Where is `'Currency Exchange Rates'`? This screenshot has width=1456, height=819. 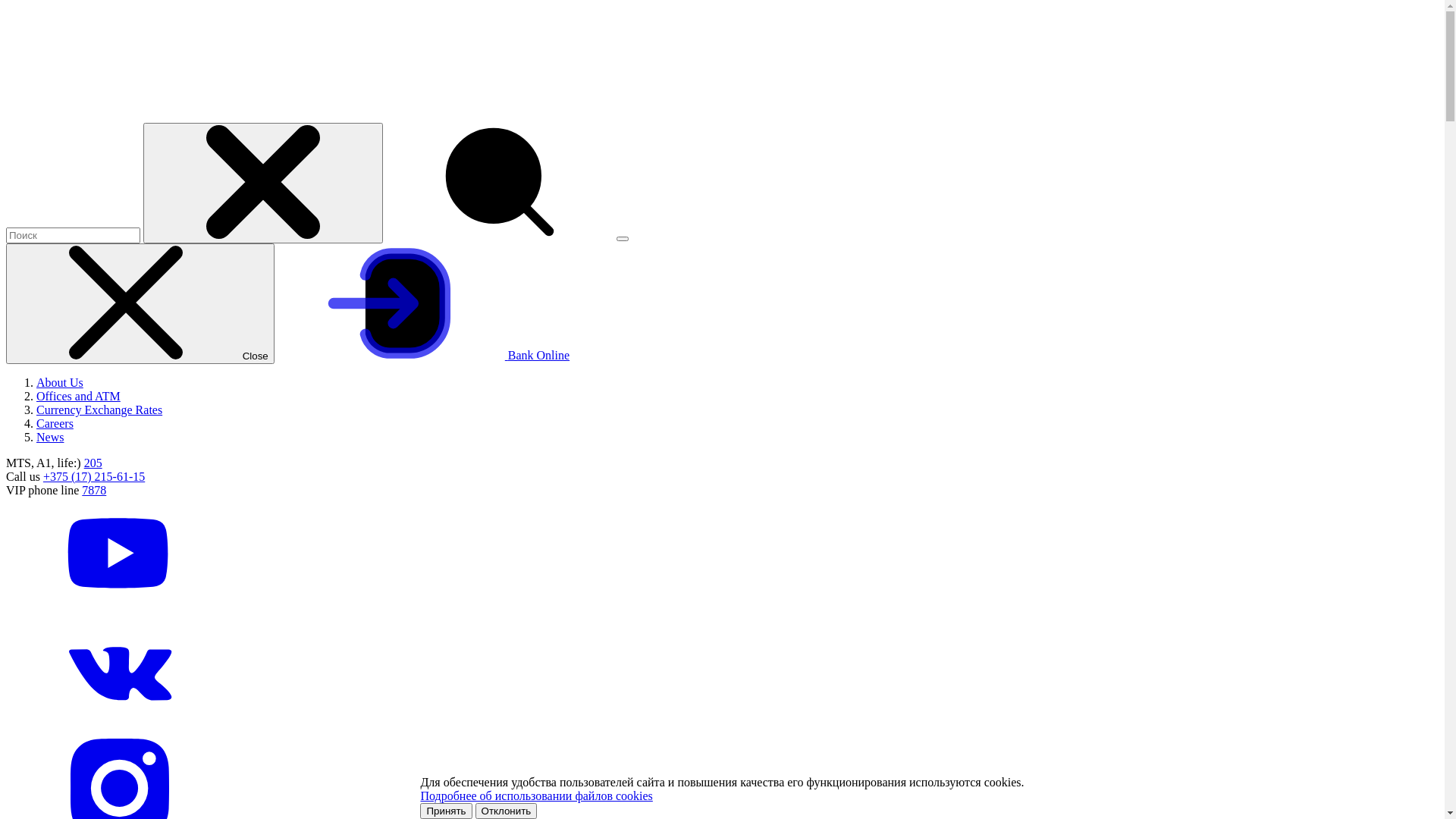
'Currency Exchange Rates' is located at coordinates (98, 409).